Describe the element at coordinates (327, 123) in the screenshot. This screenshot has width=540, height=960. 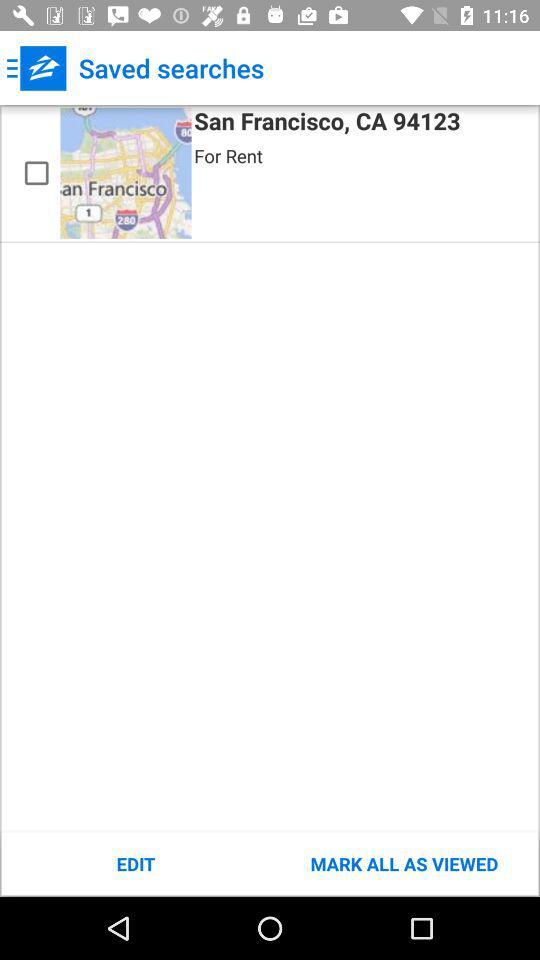
I see `the app below the saved searches` at that location.